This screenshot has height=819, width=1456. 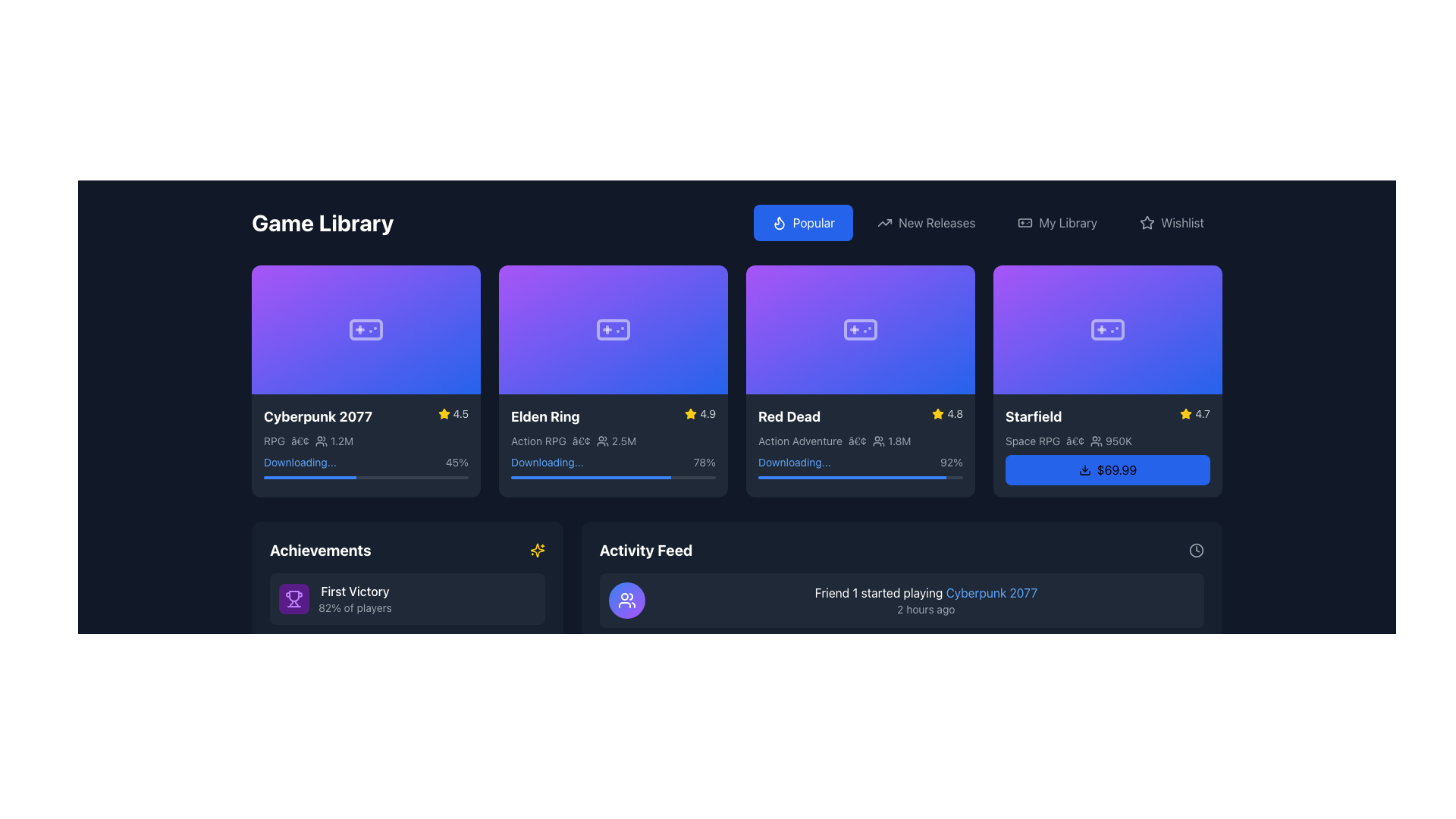 I want to click on the Text label indicating the current download status of the associated game, located in the third game card, bottom-left near the progress bar and to the left of the percentage indicator ('92%'), so click(x=793, y=461).